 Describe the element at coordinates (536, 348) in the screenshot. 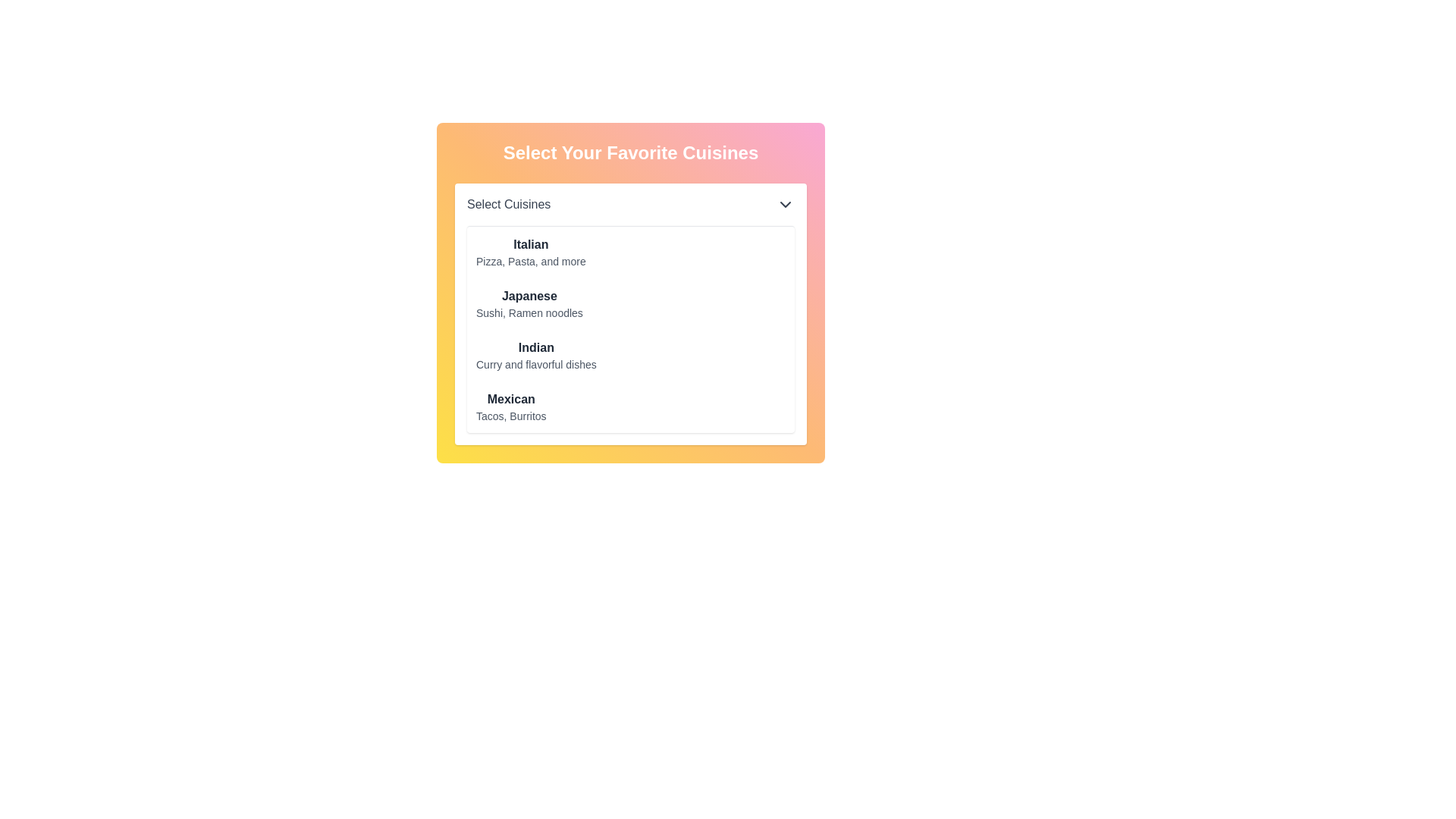

I see `the static text label displaying the title of the specific cuisine, located in the third entry of the vertical list, between 'Japanese' and 'Mexican'` at that location.